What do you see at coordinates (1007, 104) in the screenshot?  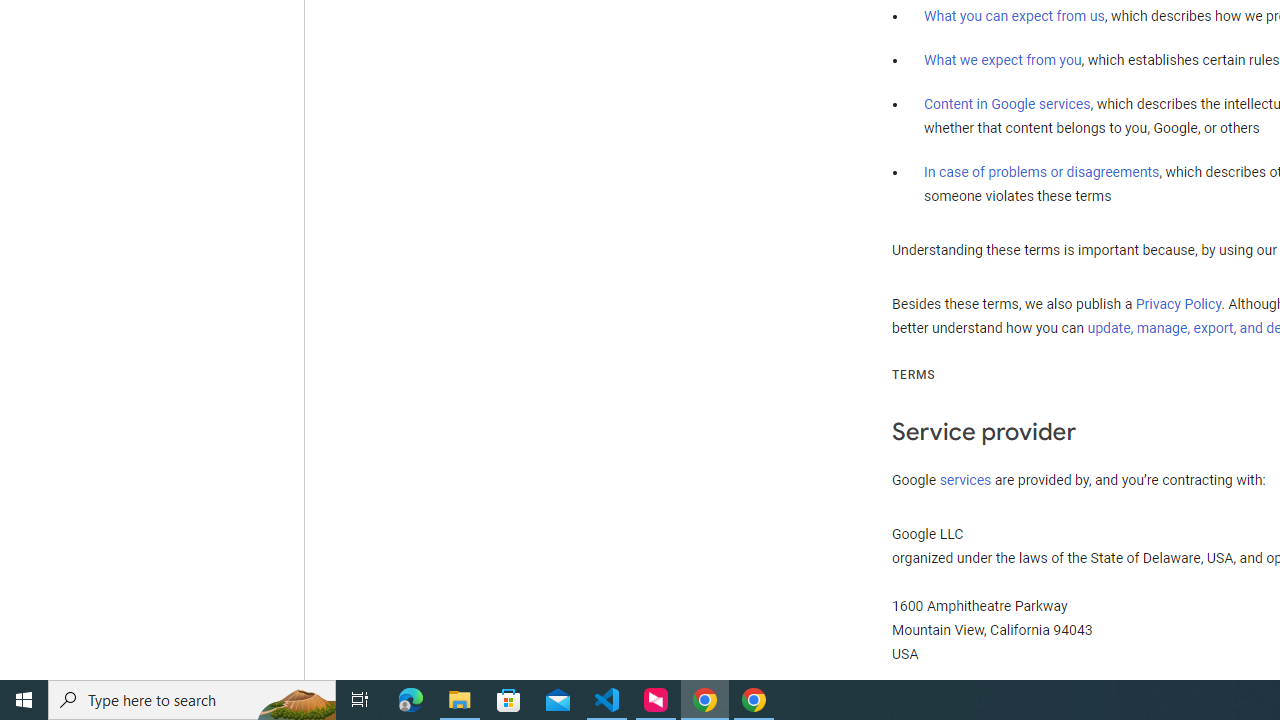 I see `'Content in Google services'` at bounding box center [1007, 104].